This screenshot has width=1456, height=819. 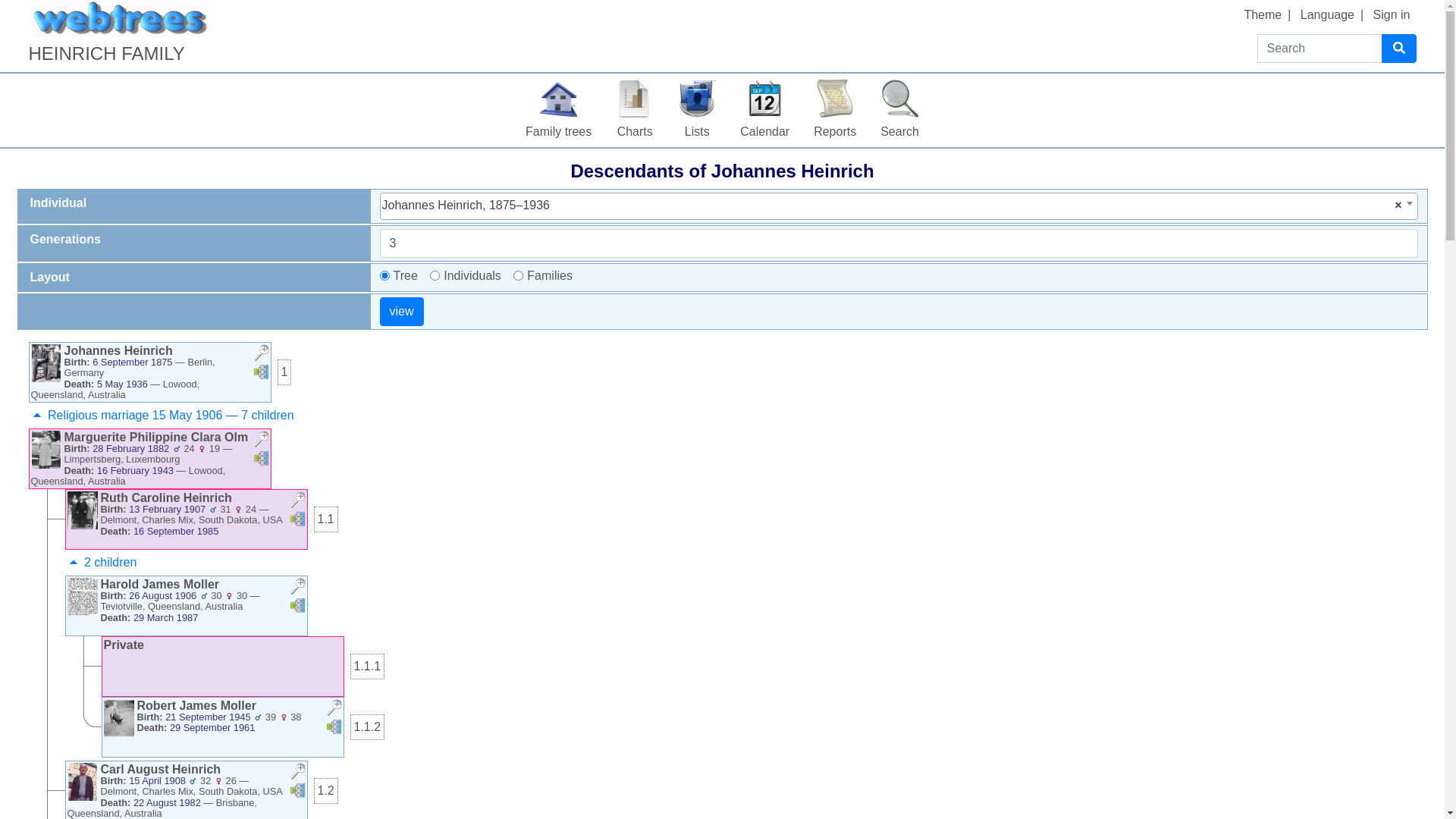 What do you see at coordinates (64, 562) in the screenshot?
I see `'2 children'` at bounding box center [64, 562].